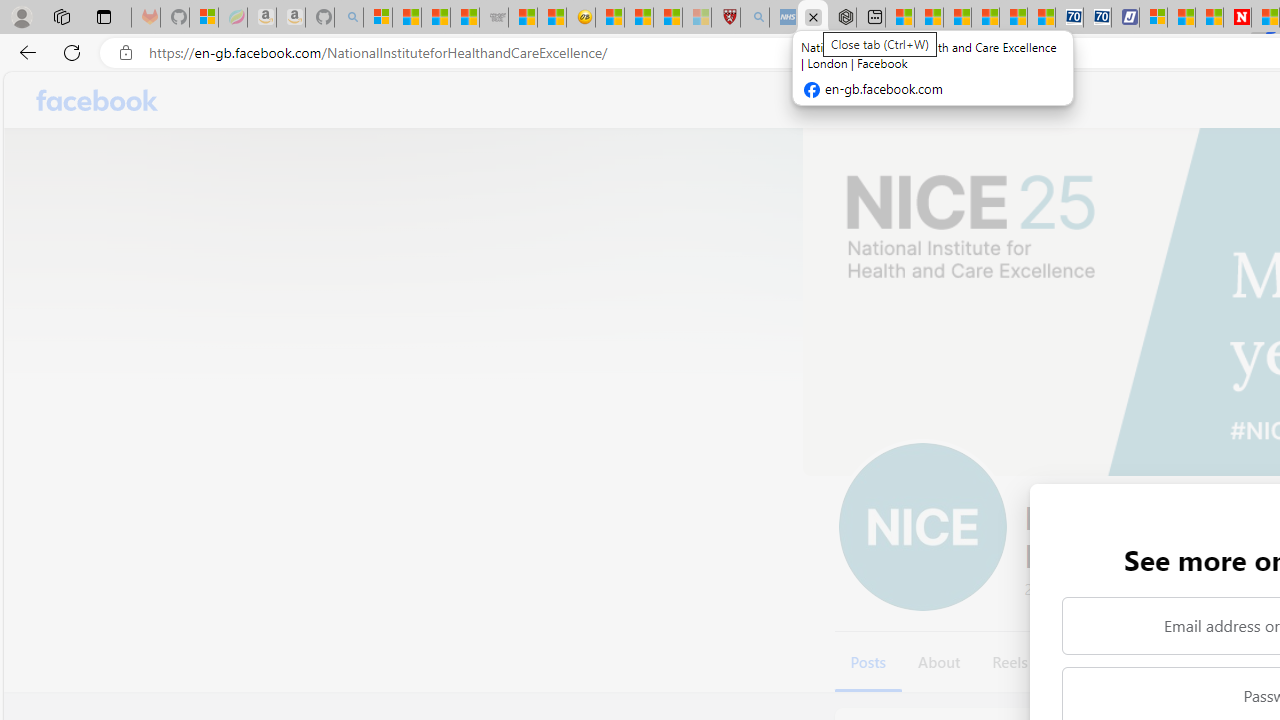 The image size is (1280, 720). I want to click on 'Cheap Car Rentals - Save70.com', so click(1068, 17).